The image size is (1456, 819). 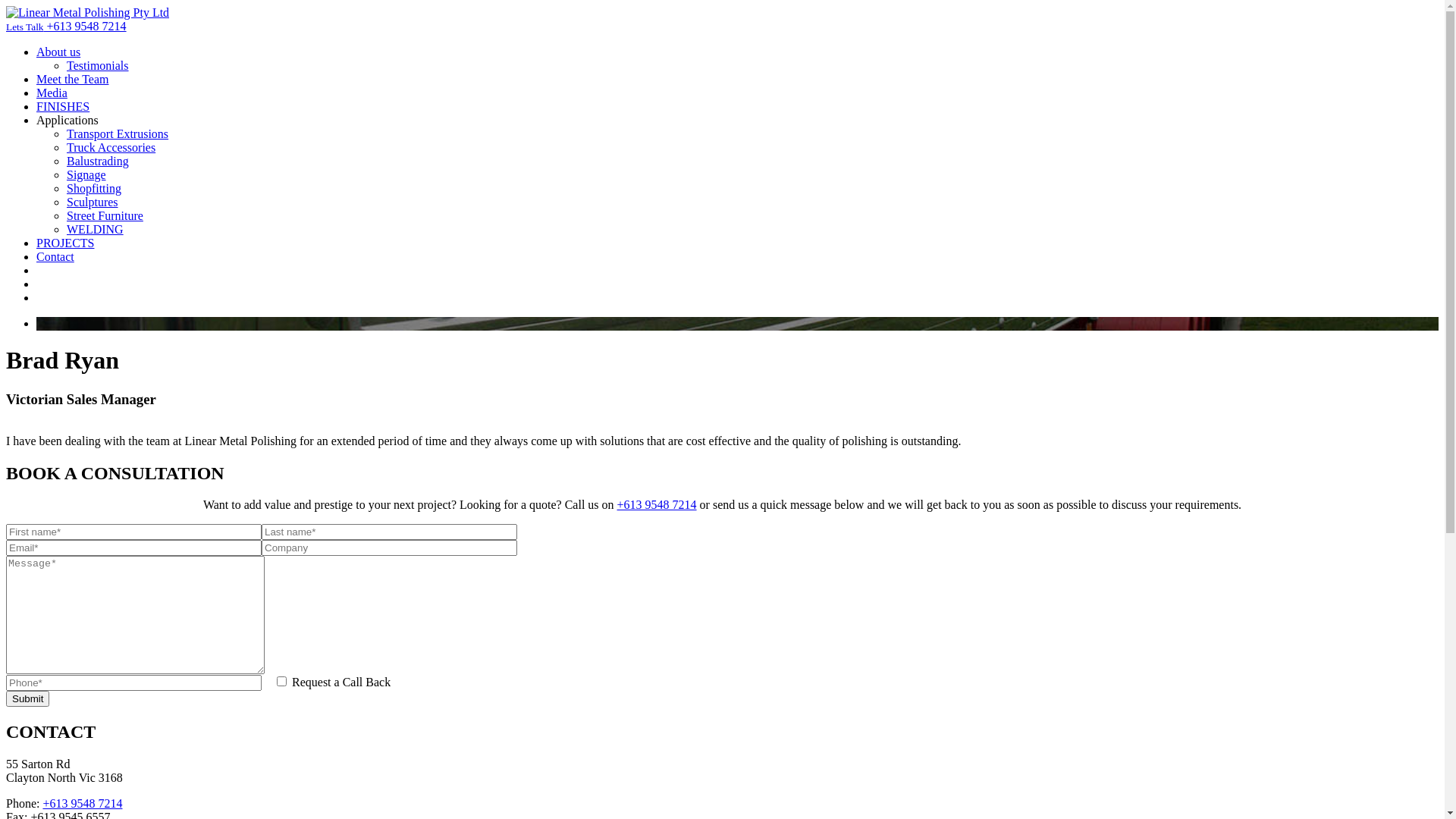 What do you see at coordinates (104, 215) in the screenshot?
I see `'Street Furniture'` at bounding box center [104, 215].